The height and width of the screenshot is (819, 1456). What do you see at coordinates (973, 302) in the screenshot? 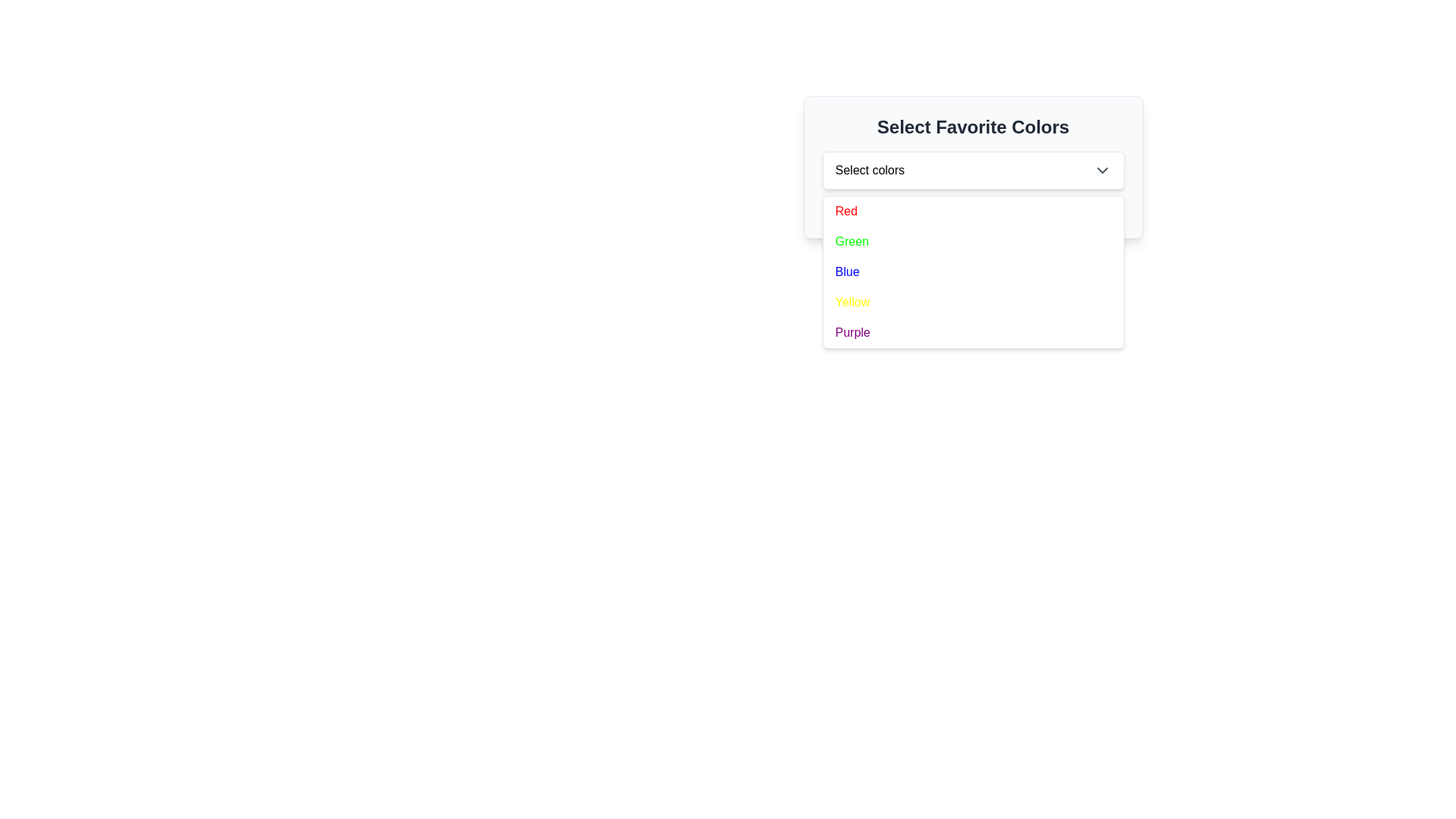
I see `the 'Yellow' color option in the dropdown menu` at bounding box center [973, 302].